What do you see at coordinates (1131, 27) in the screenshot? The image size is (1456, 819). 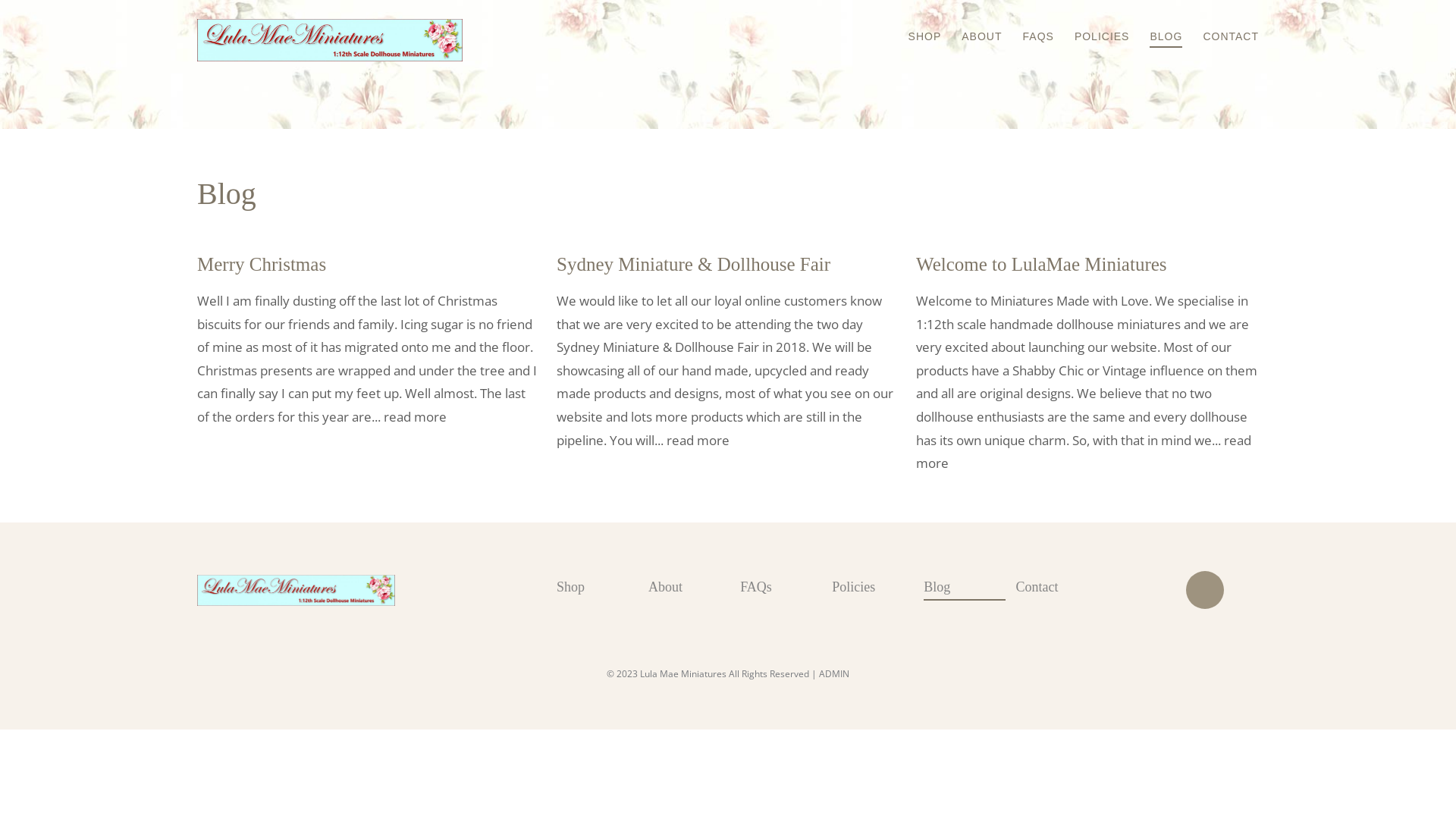 I see `'BLOG'` at bounding box center [1131, 27].